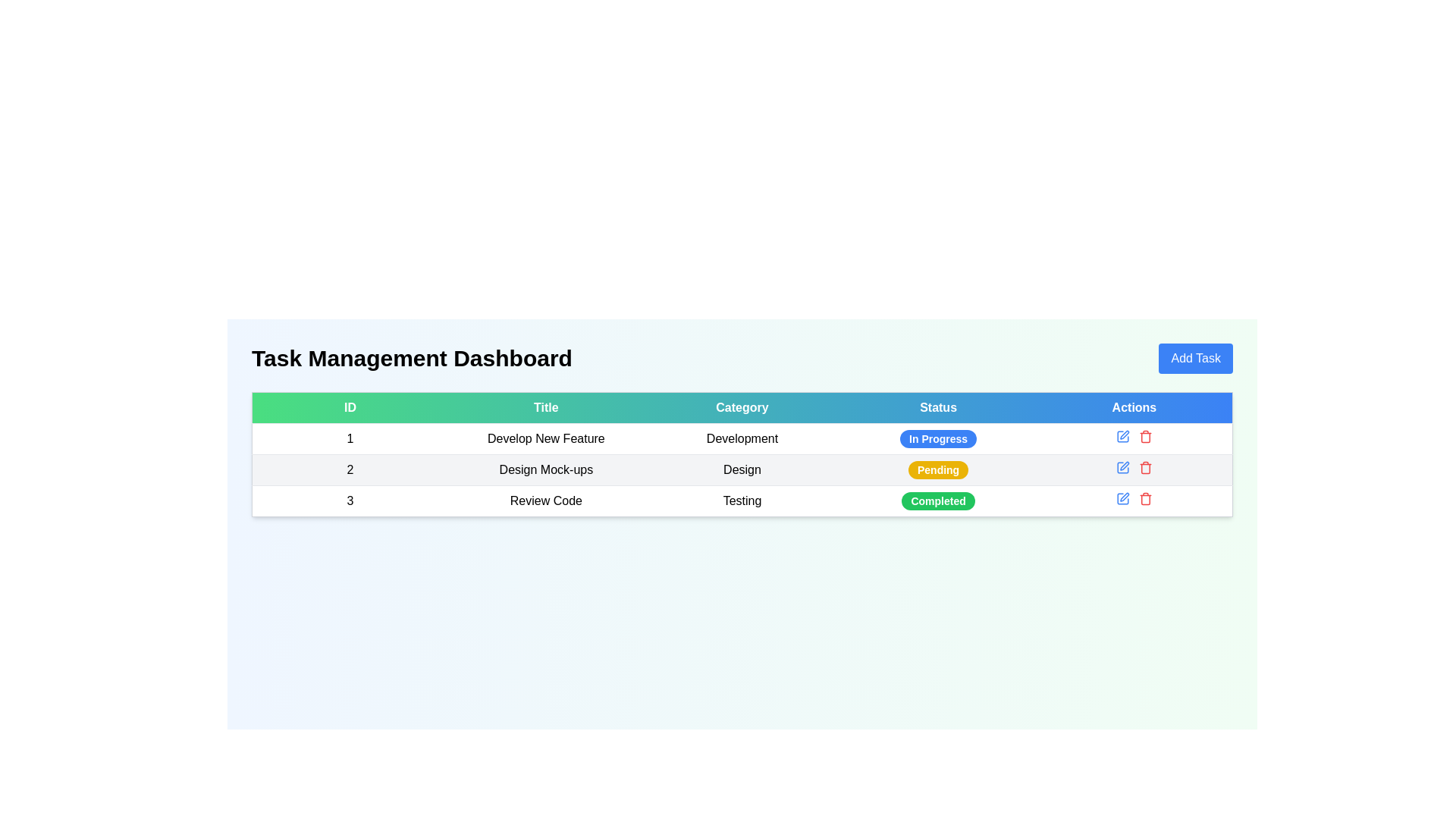 This screenshot has height=819, width=1456. What do you see at coordinates (1122, 467) in the screenshot?
I see `the icon in the 'Actions' column of the task management table, adjacent to the yellow 'Pending' status label for the task 'Design Mock-ups'` at bounding box center [1122, 467].